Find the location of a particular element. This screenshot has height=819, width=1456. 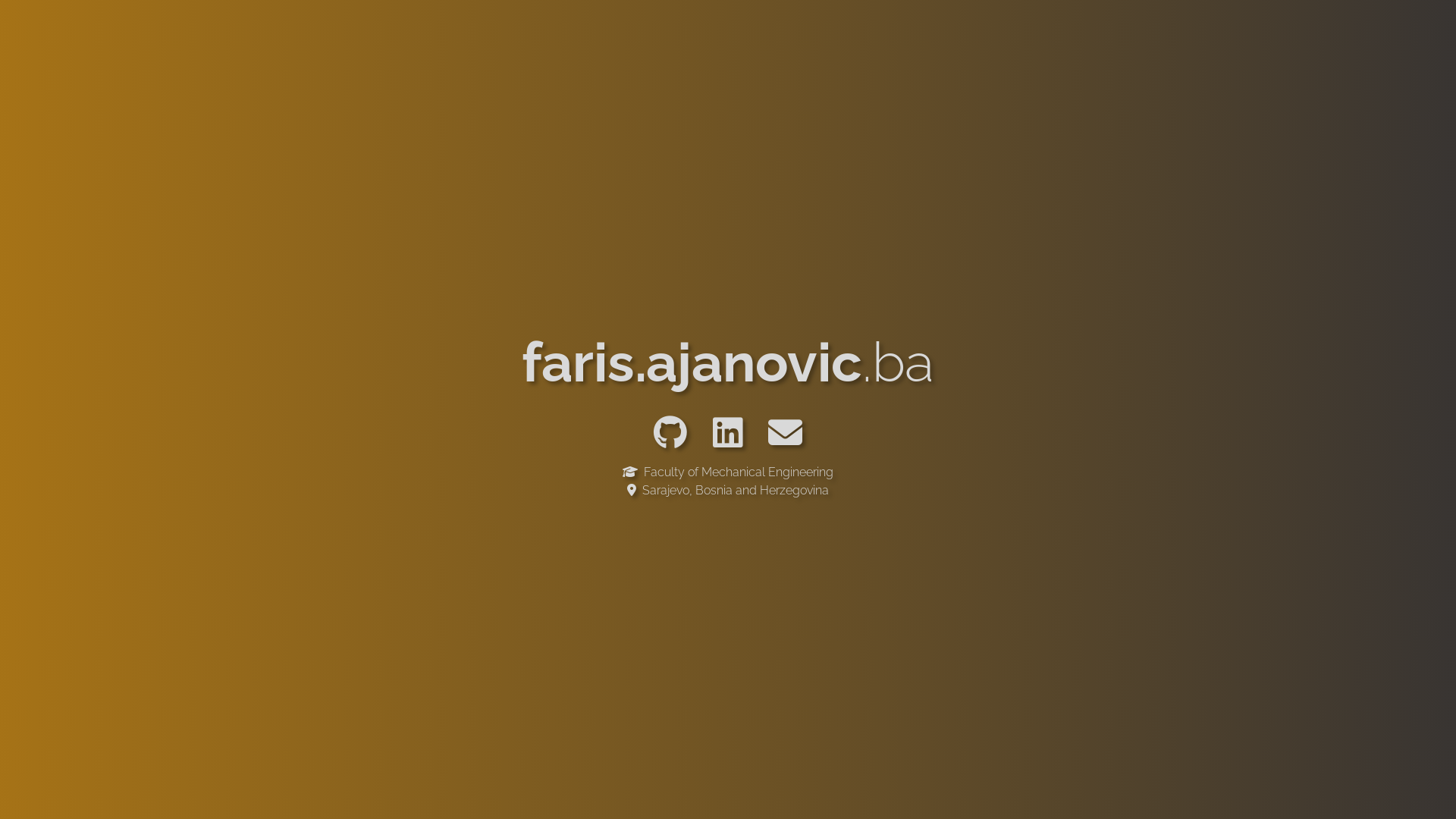

'  Faculty of Mechanical Engineering' is located at coordinates (728, 472).